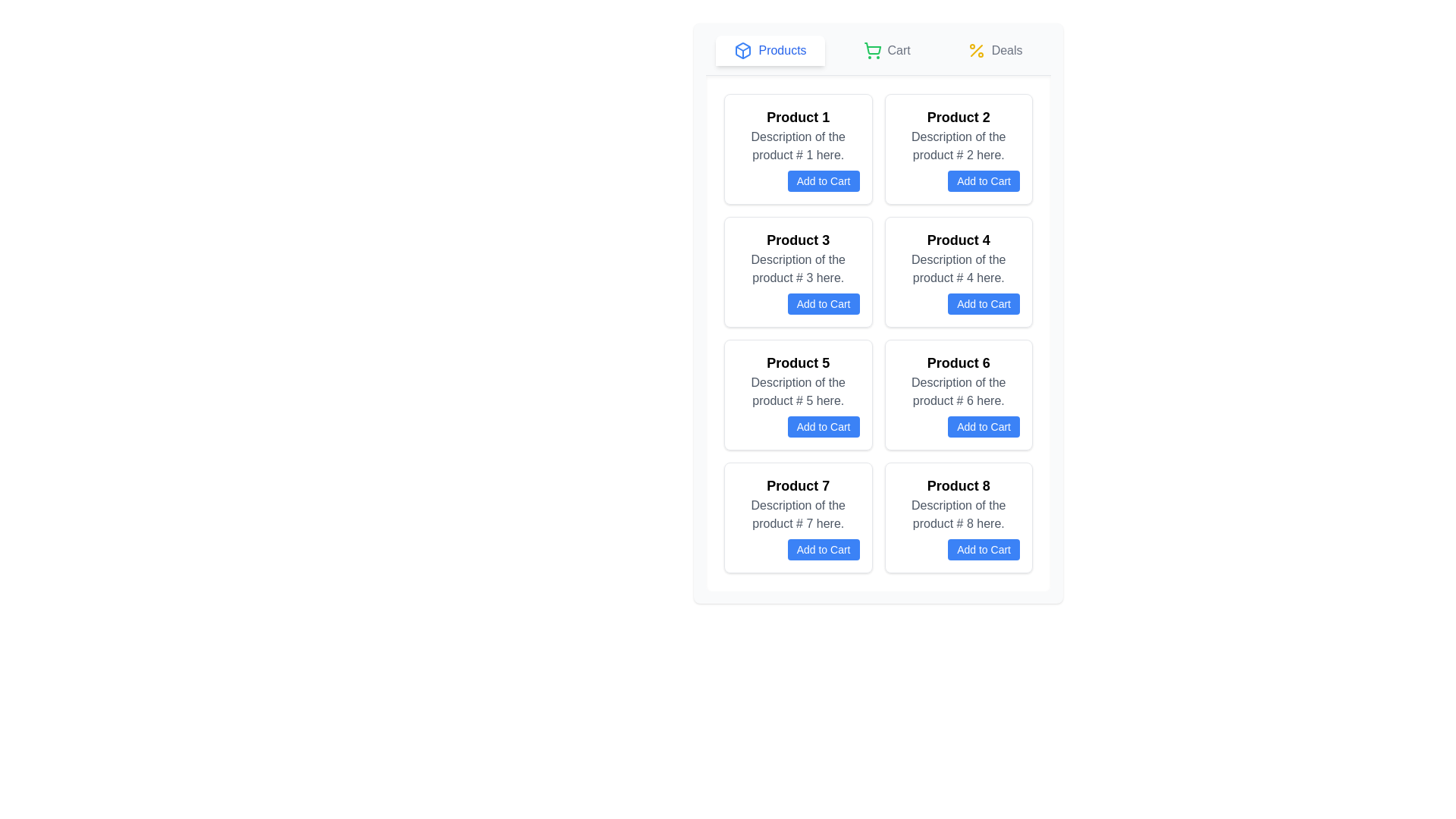 This screenshot has width=1456, height=819. Describe the element at coordinates (797, 485) in the screenshot. I see `the title text element of Product 7 located at the top-center of the lower-left card in the grid layout` at that location.